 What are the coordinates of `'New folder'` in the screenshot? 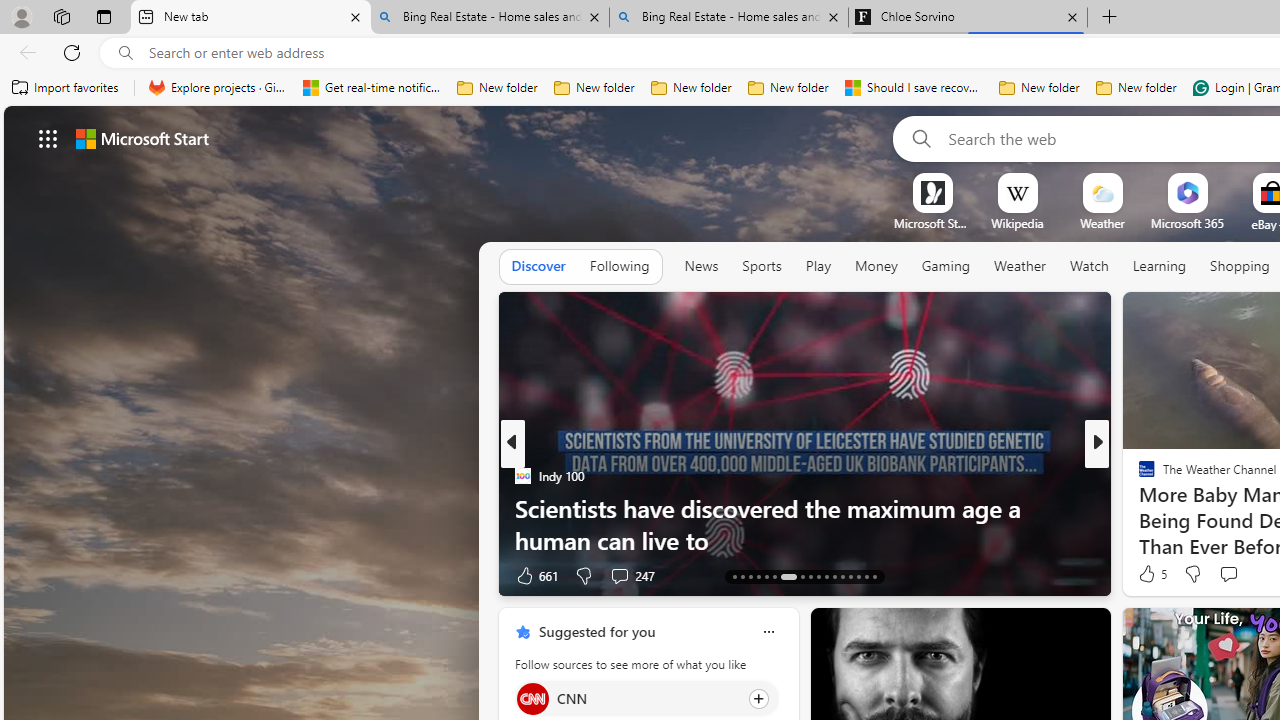 It's located at (1136, 87).